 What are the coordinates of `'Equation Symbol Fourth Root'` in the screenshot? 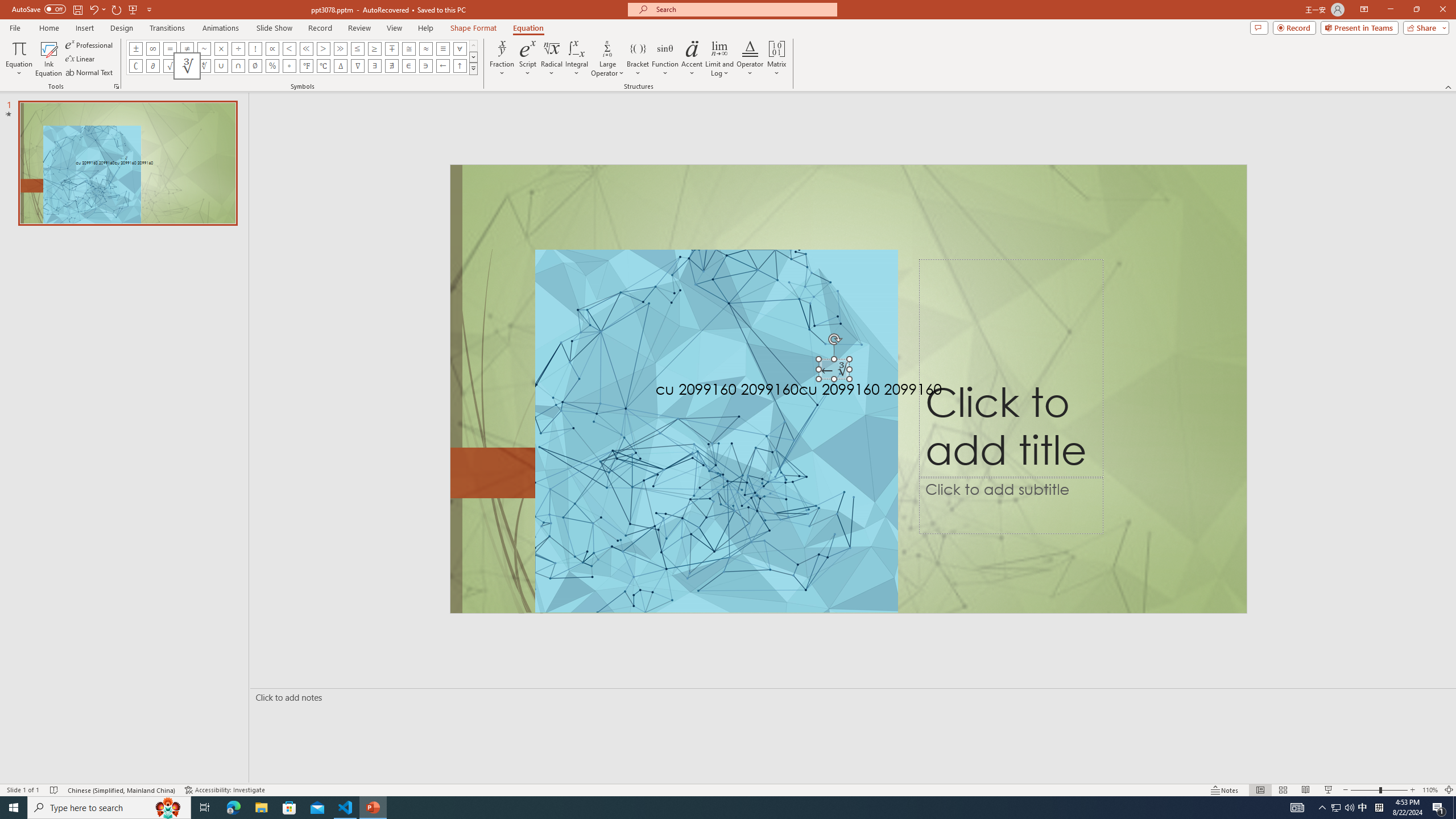 It's located at (204, 65).